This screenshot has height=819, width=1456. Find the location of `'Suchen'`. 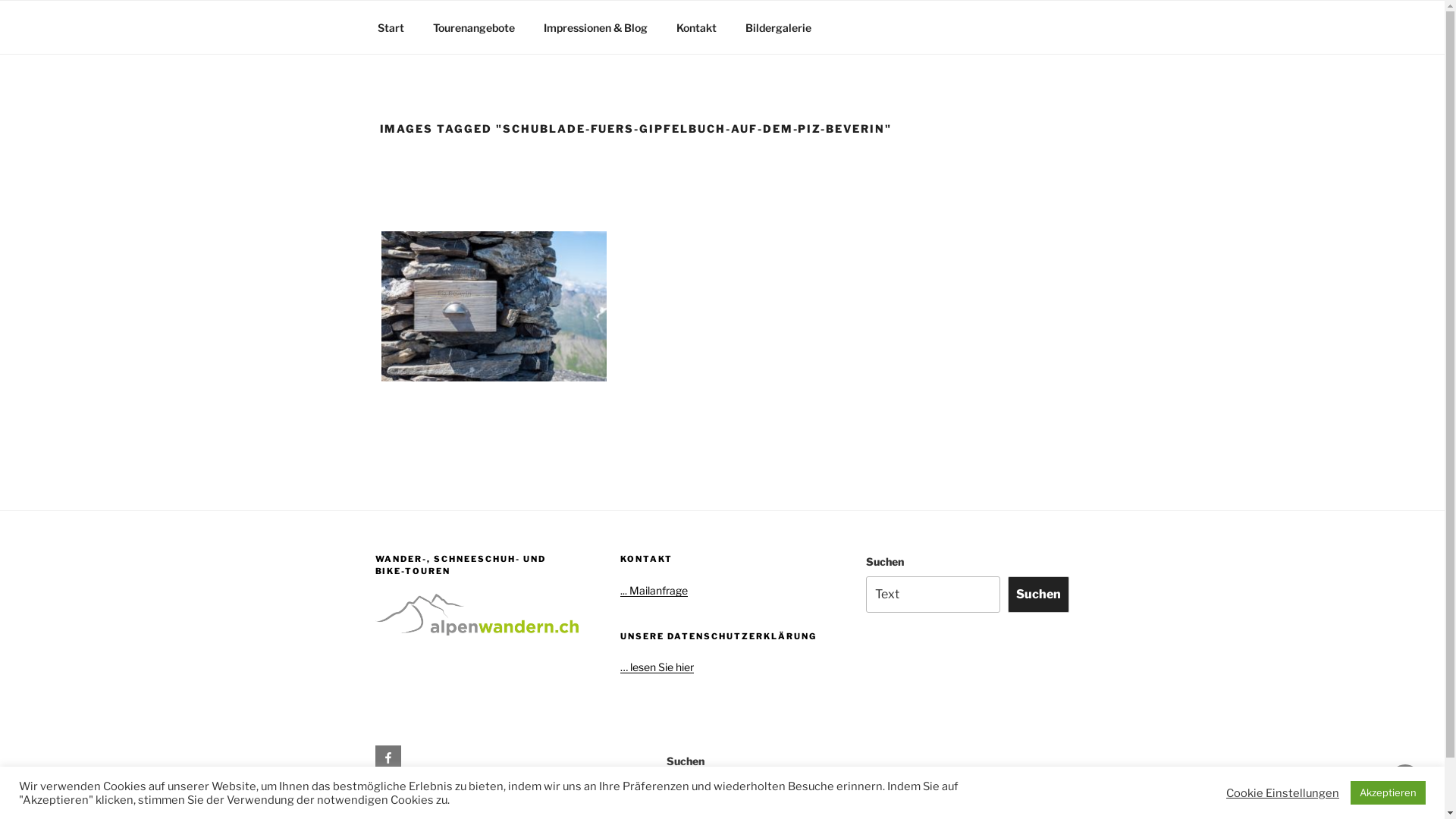

'Suchen' is located at coordinates (1037, 593).